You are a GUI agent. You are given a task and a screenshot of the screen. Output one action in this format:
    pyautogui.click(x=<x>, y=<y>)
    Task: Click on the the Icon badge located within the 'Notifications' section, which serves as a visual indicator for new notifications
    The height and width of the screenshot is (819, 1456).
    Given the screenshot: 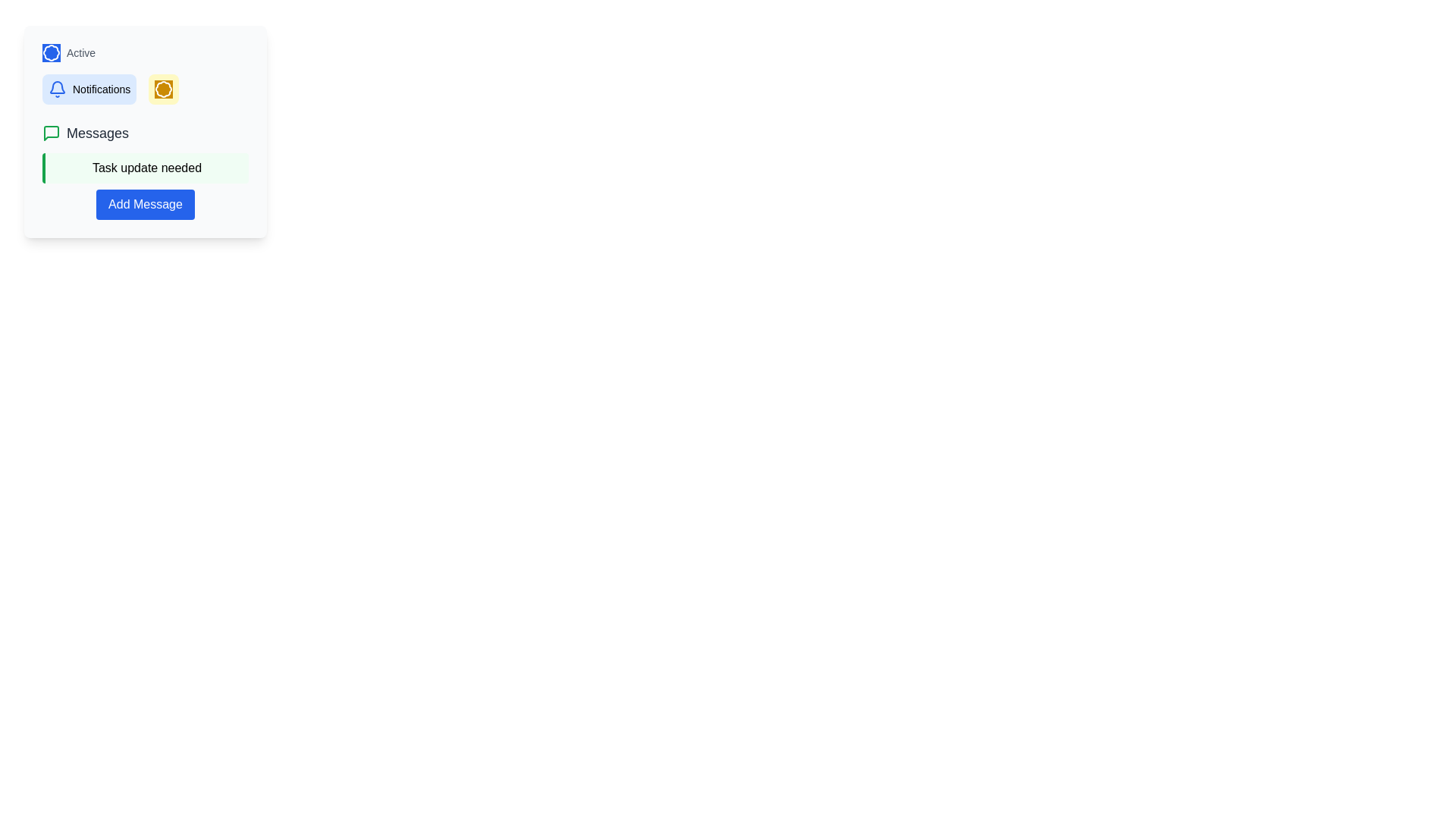 What is the action you would take?
    pyautogui.click(x=164, y=89)
    